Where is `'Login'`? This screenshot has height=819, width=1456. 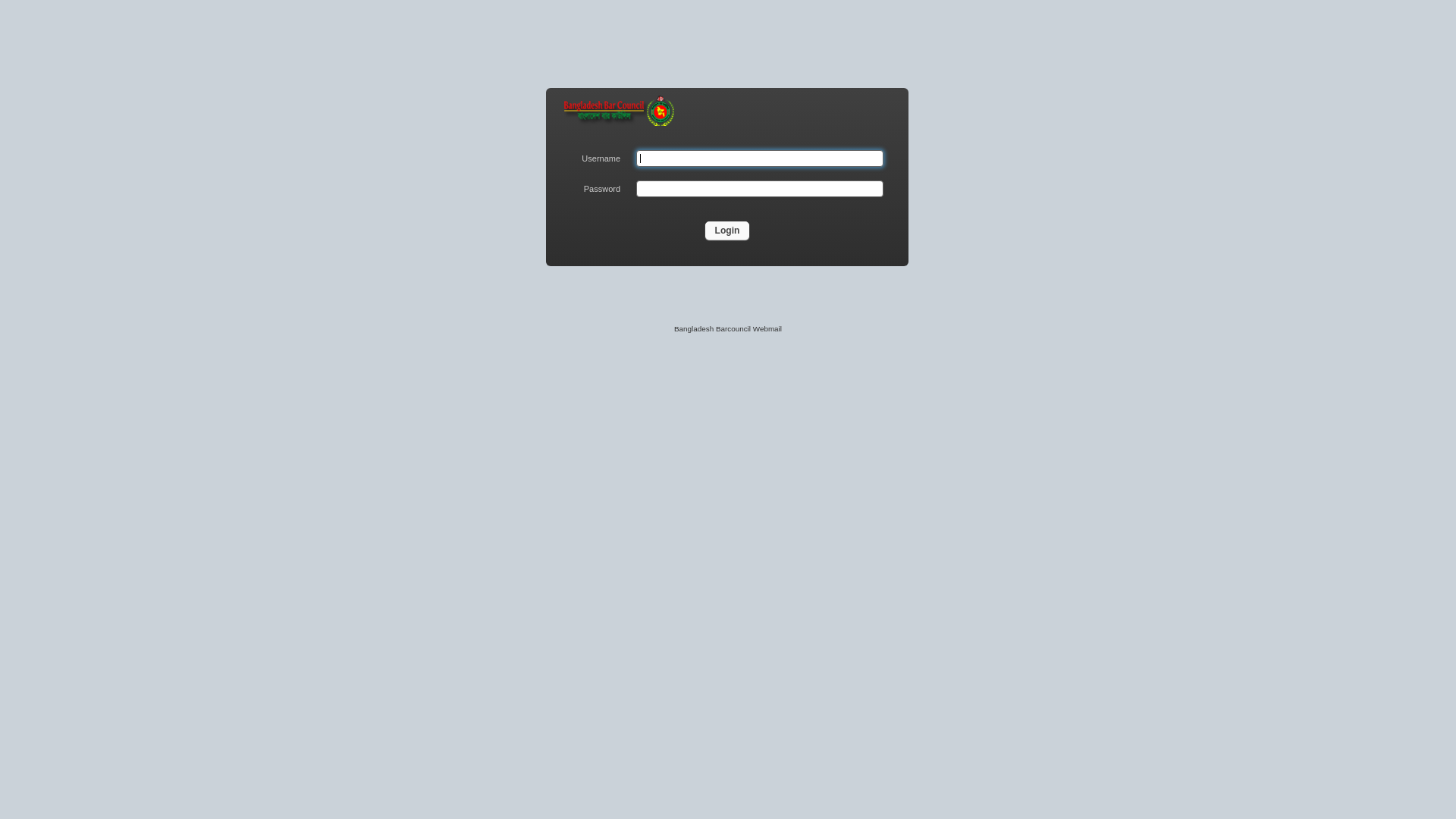
'Login' is located at coordinates (726, 231).